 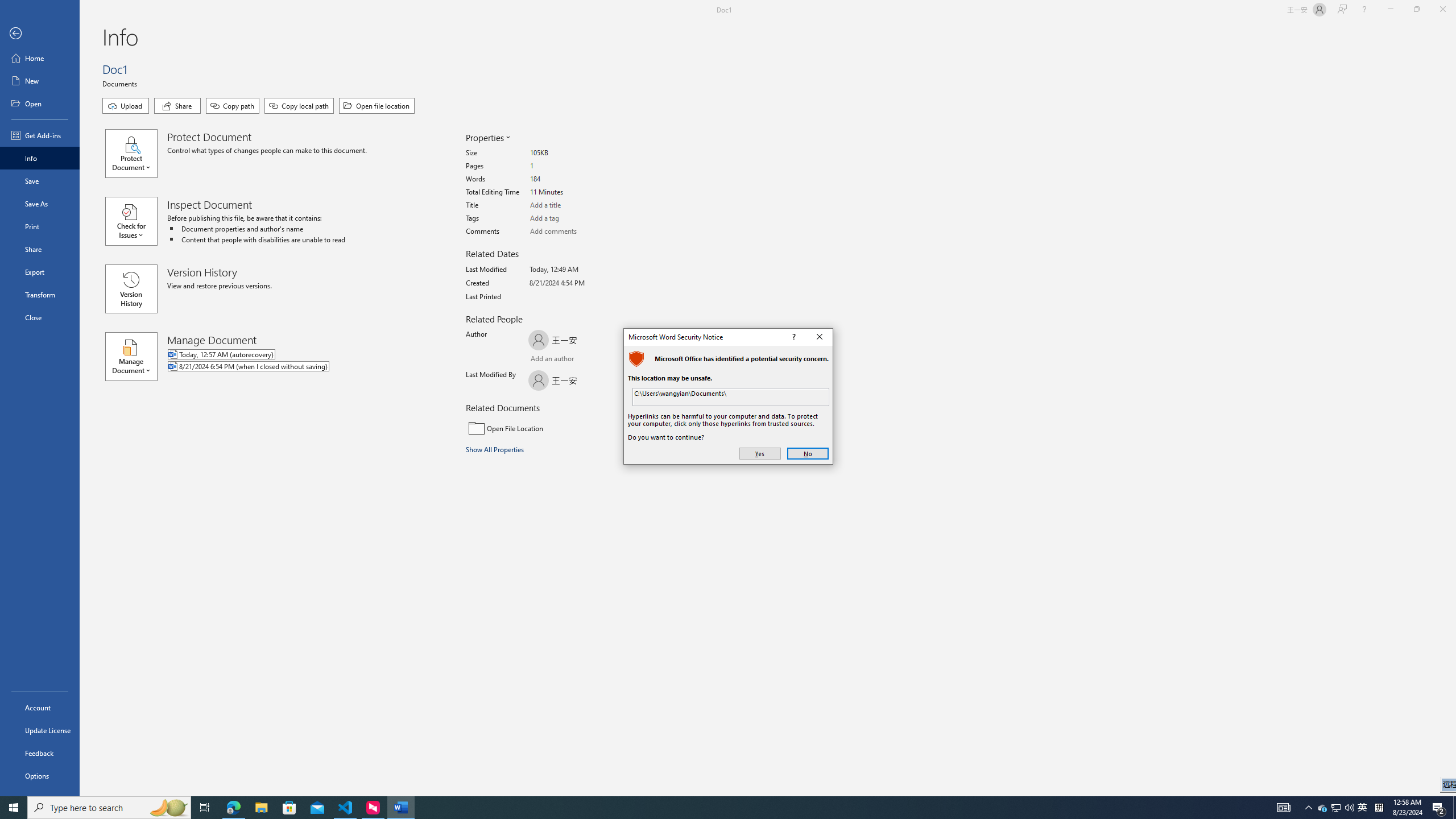 What do you see at coordinates (39, 102) in the screenshot?
I see `'Open'` at bounding box center [39, 102].